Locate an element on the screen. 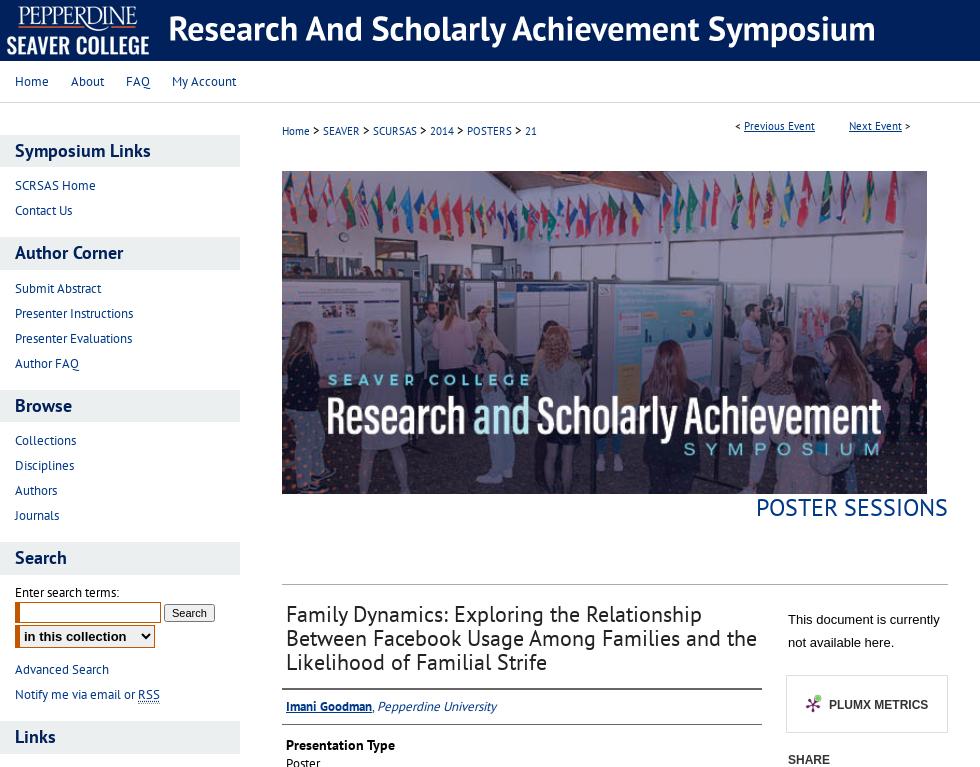  'Next Event' is located at coordinates (875, 126).